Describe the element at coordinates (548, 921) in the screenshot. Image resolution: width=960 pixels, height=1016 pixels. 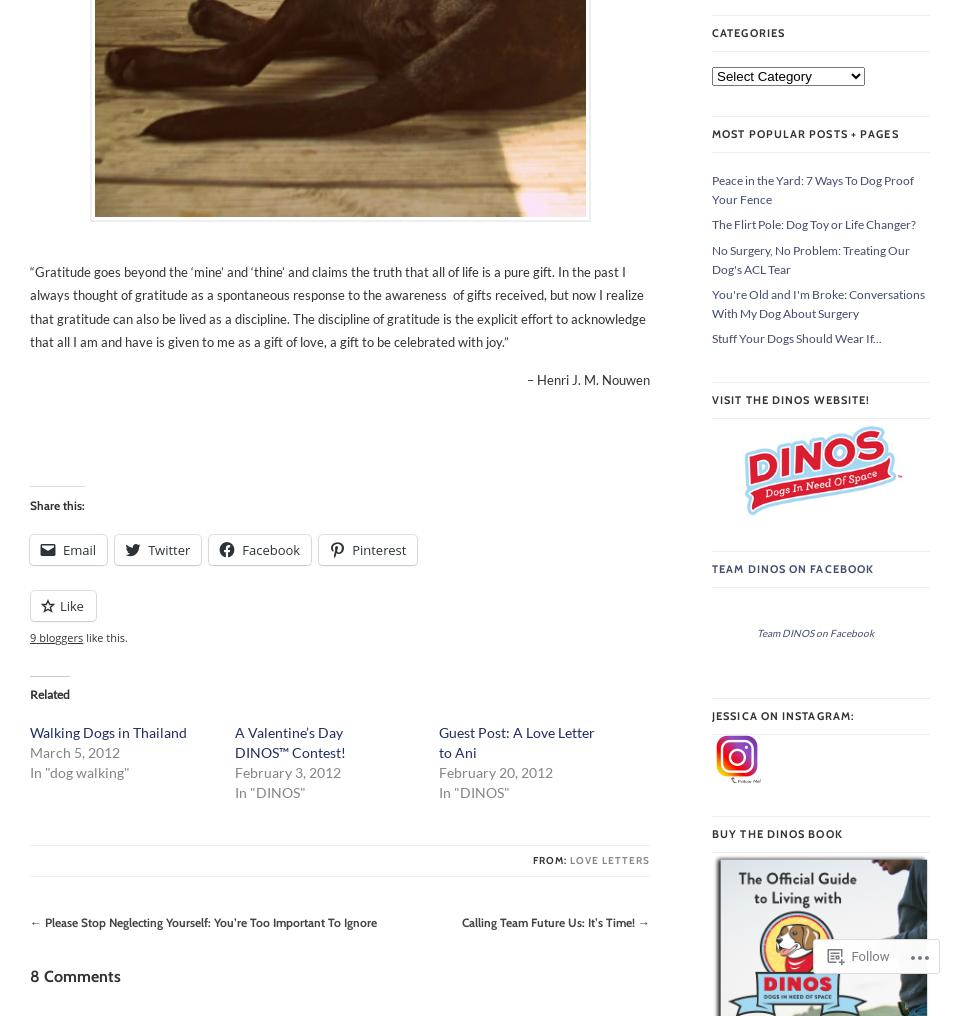
I see `'Calling Team Future Us: It’s Time!'` at that location.